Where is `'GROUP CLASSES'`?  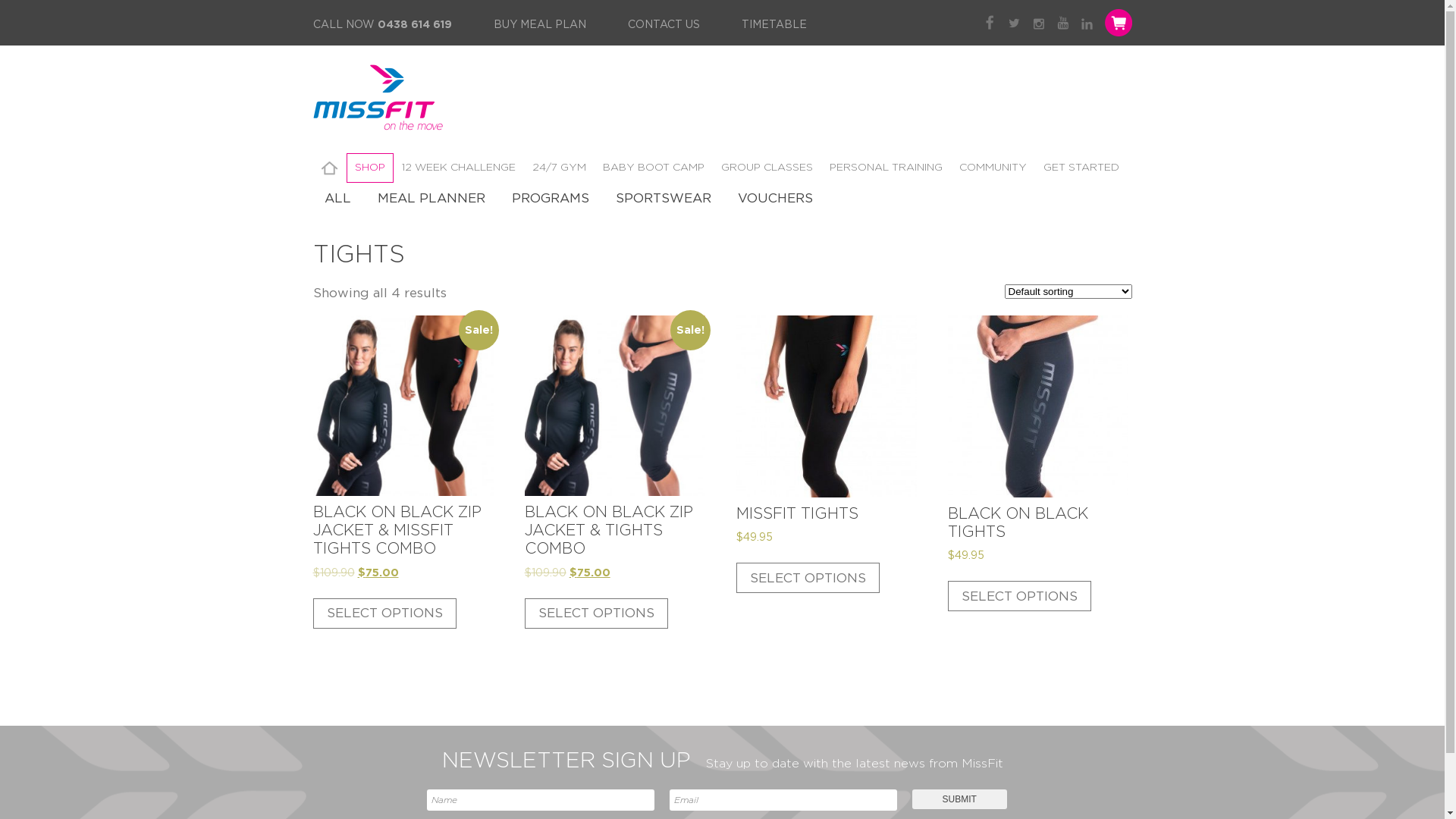 'GROUP CLASSES' is located at coordinates (767, 168).